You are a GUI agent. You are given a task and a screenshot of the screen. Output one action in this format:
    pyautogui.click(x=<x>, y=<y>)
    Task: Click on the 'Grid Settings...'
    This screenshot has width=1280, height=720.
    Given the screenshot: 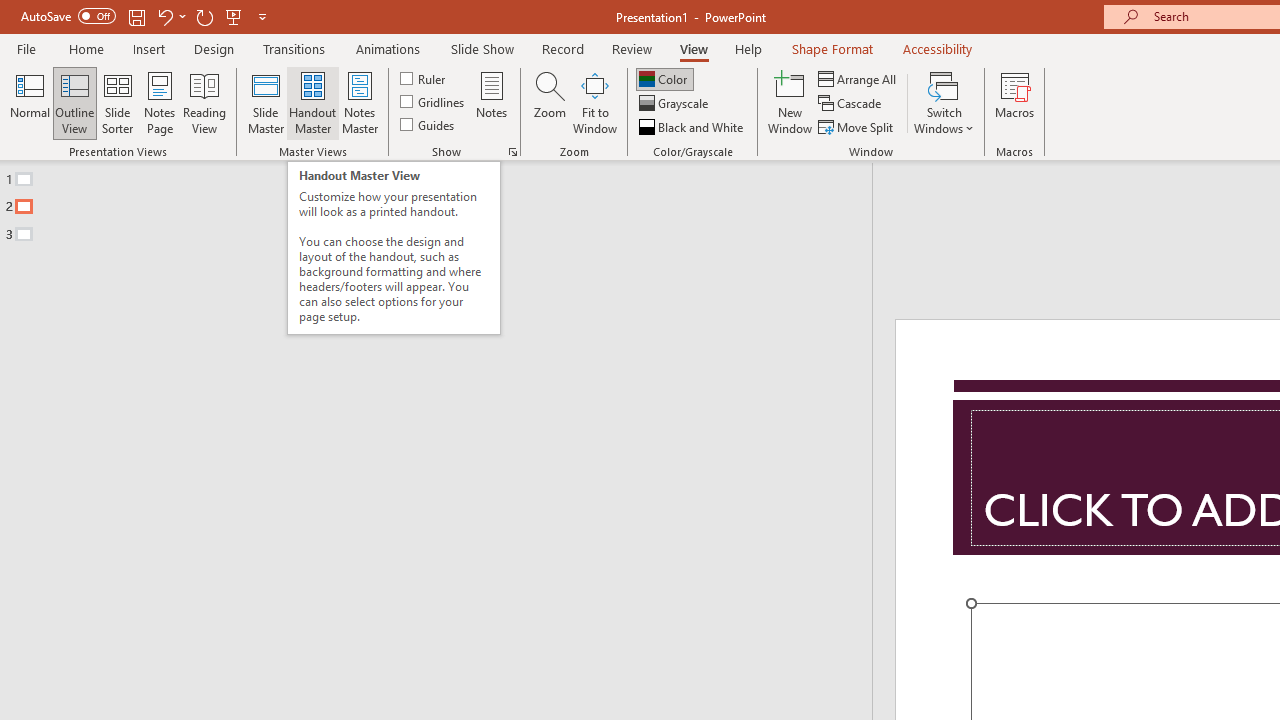 What is the action you would take?
    pyautogui.click(x=513, y=150)
    